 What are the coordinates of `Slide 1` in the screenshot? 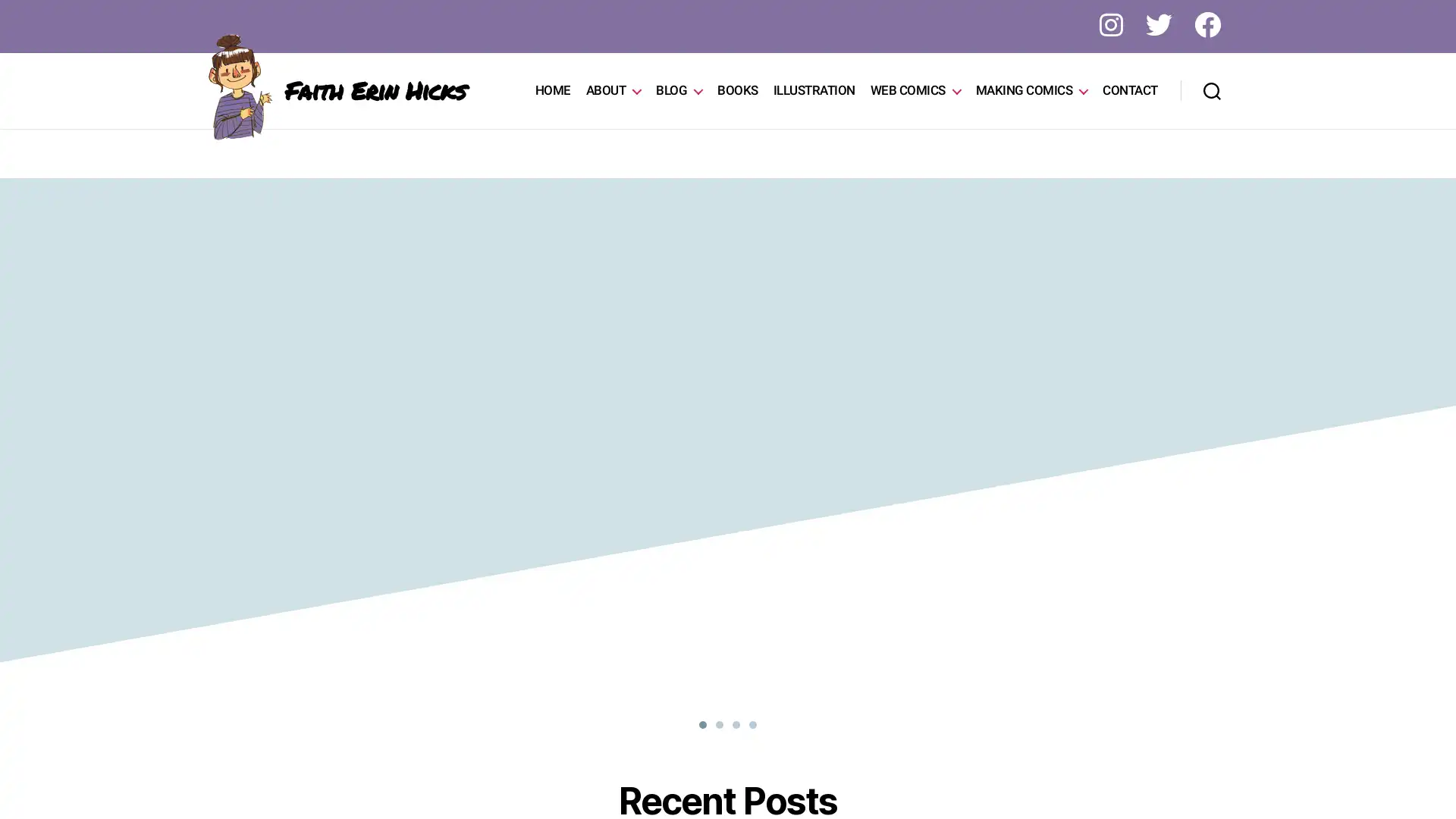 It's located at (736, 723).